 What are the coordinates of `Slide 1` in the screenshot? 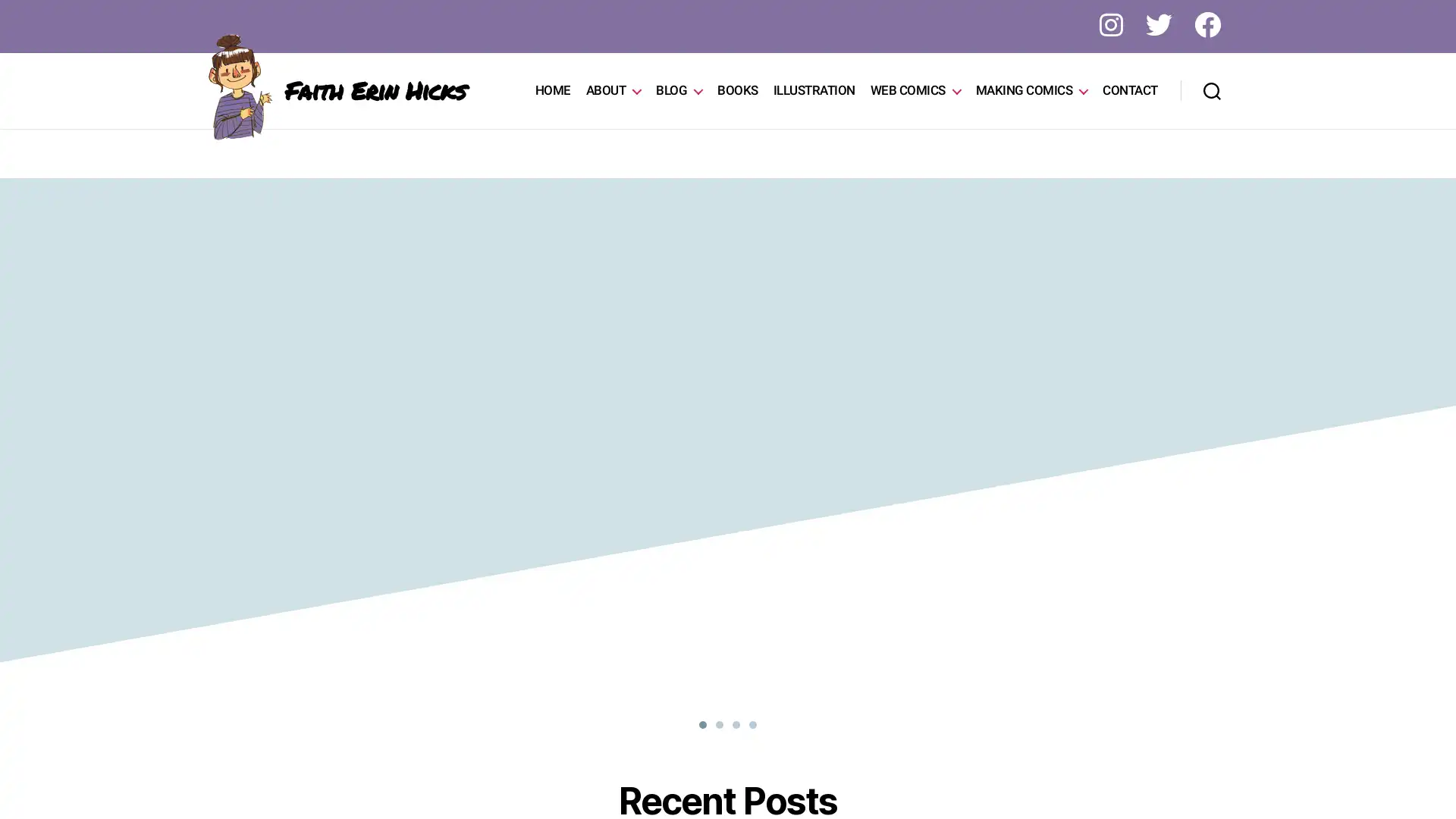 It's located at (736, 723).